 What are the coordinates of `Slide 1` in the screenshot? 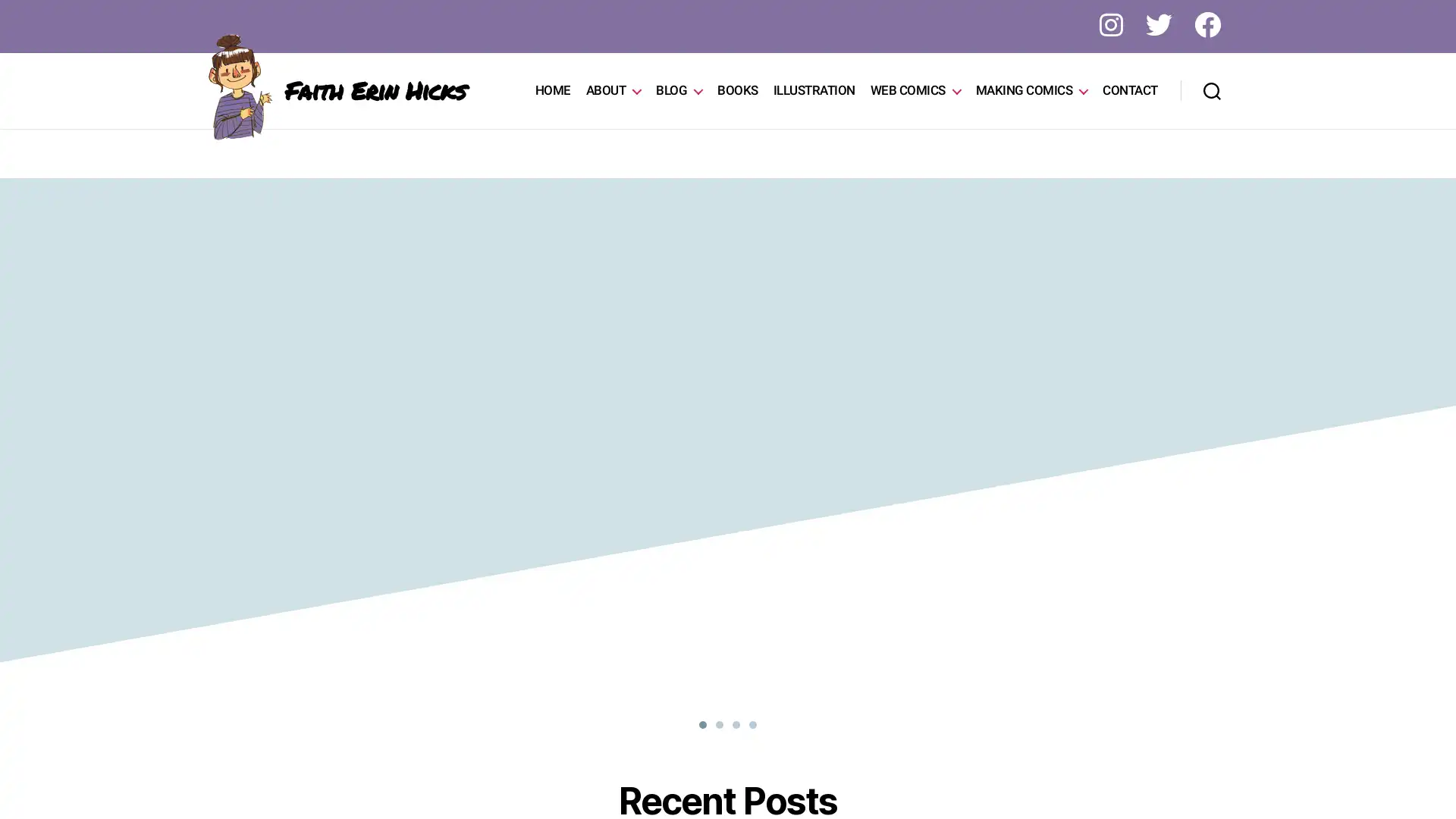 It's located at (736, 723).